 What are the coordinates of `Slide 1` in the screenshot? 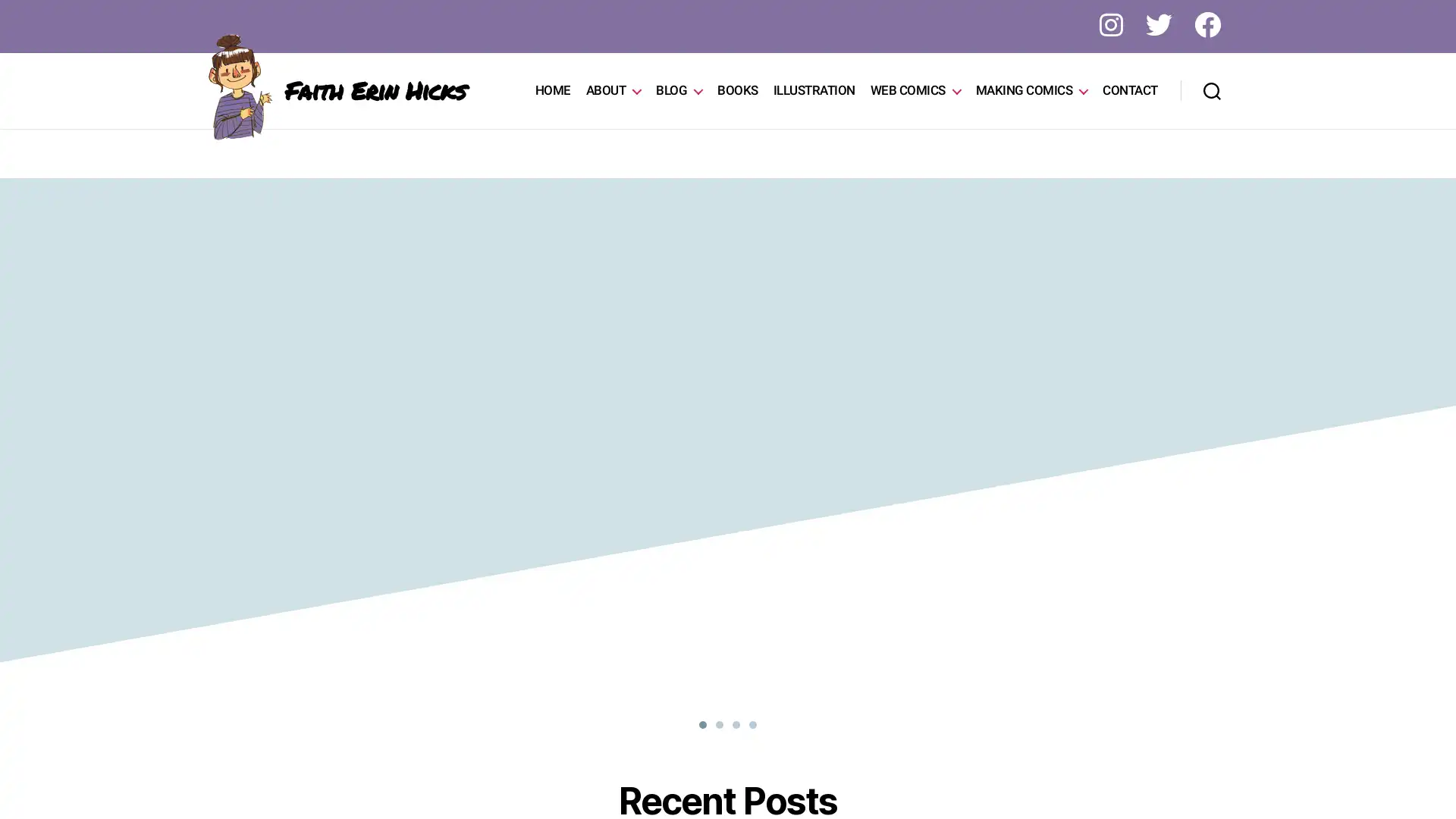 It's located at (736, 723).